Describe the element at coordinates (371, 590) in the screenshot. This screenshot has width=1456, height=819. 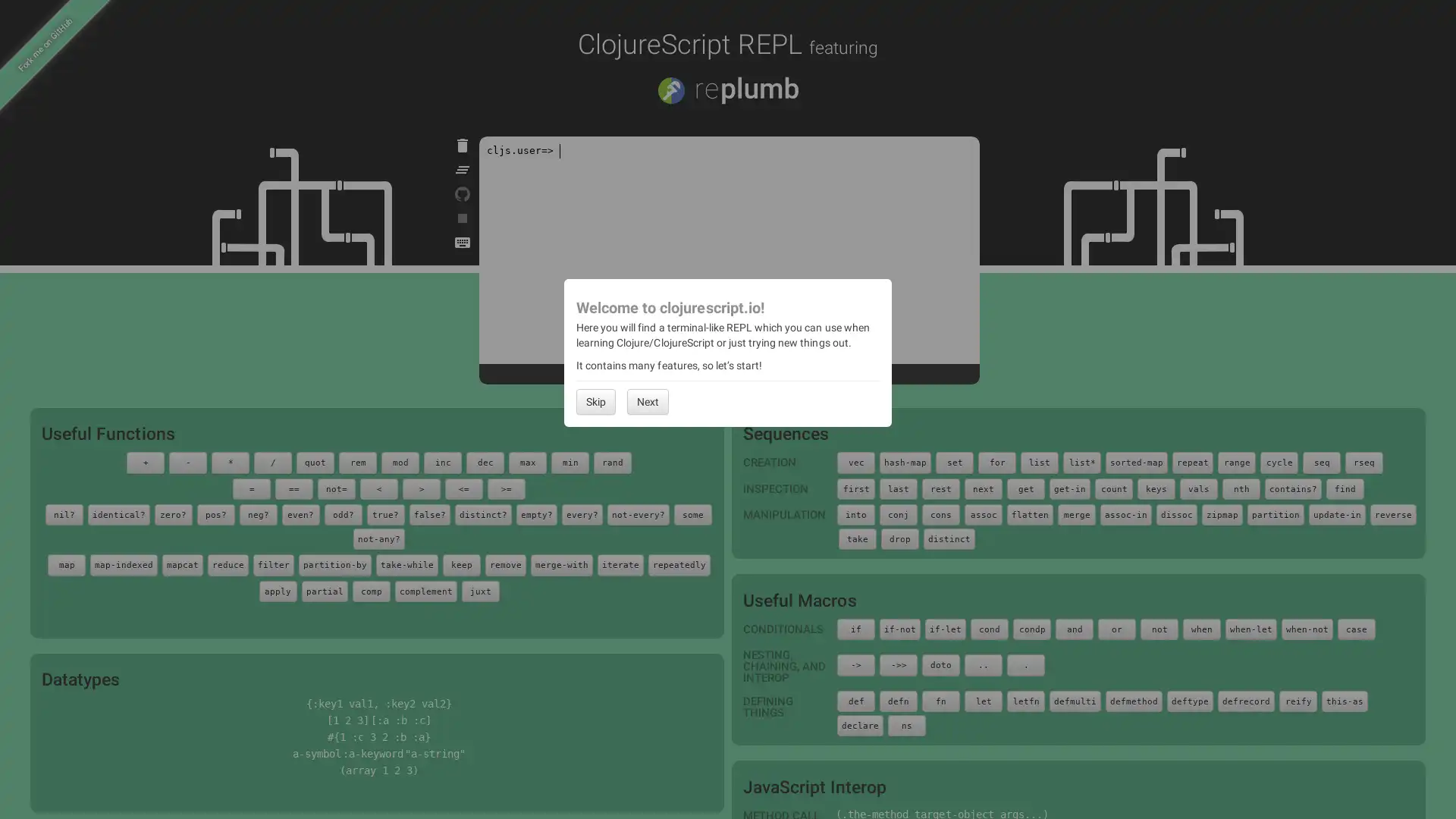
I see `comp` at that location.